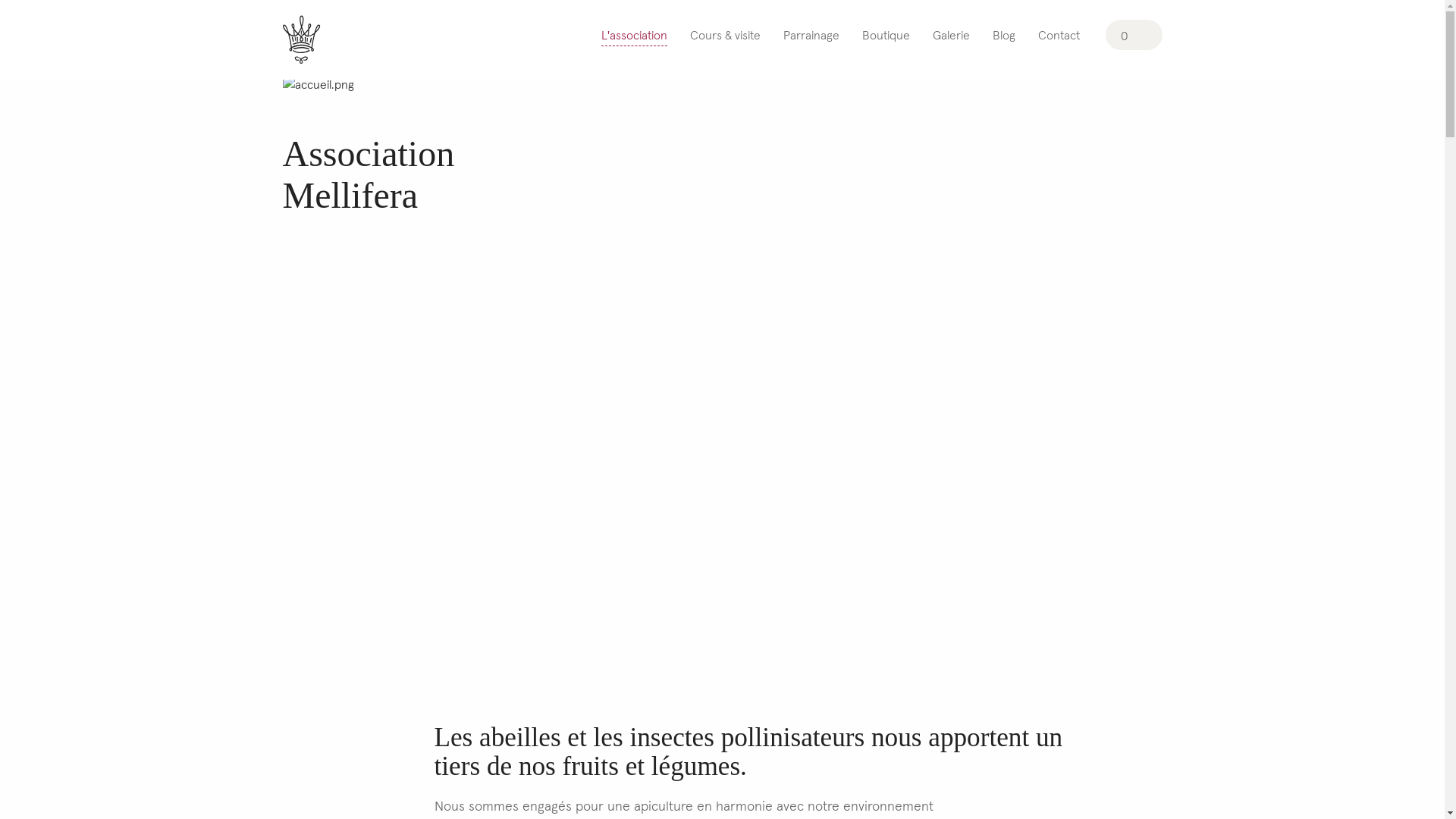 This screenshot has width=1456, height=819. I want to click on 'Contact', so click(1057, 36).